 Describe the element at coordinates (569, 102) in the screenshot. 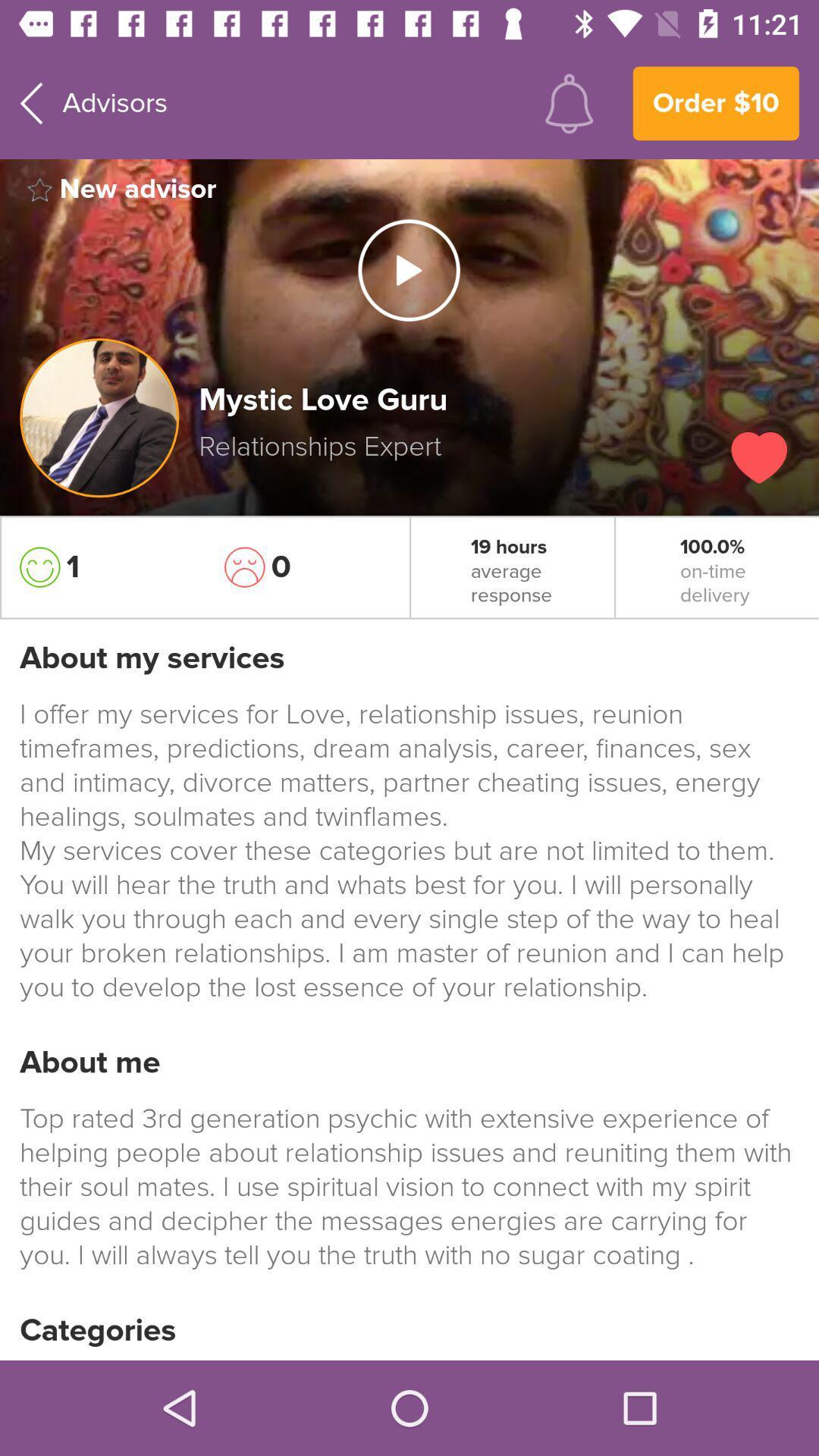

I see `the item next to order $10` at that location.